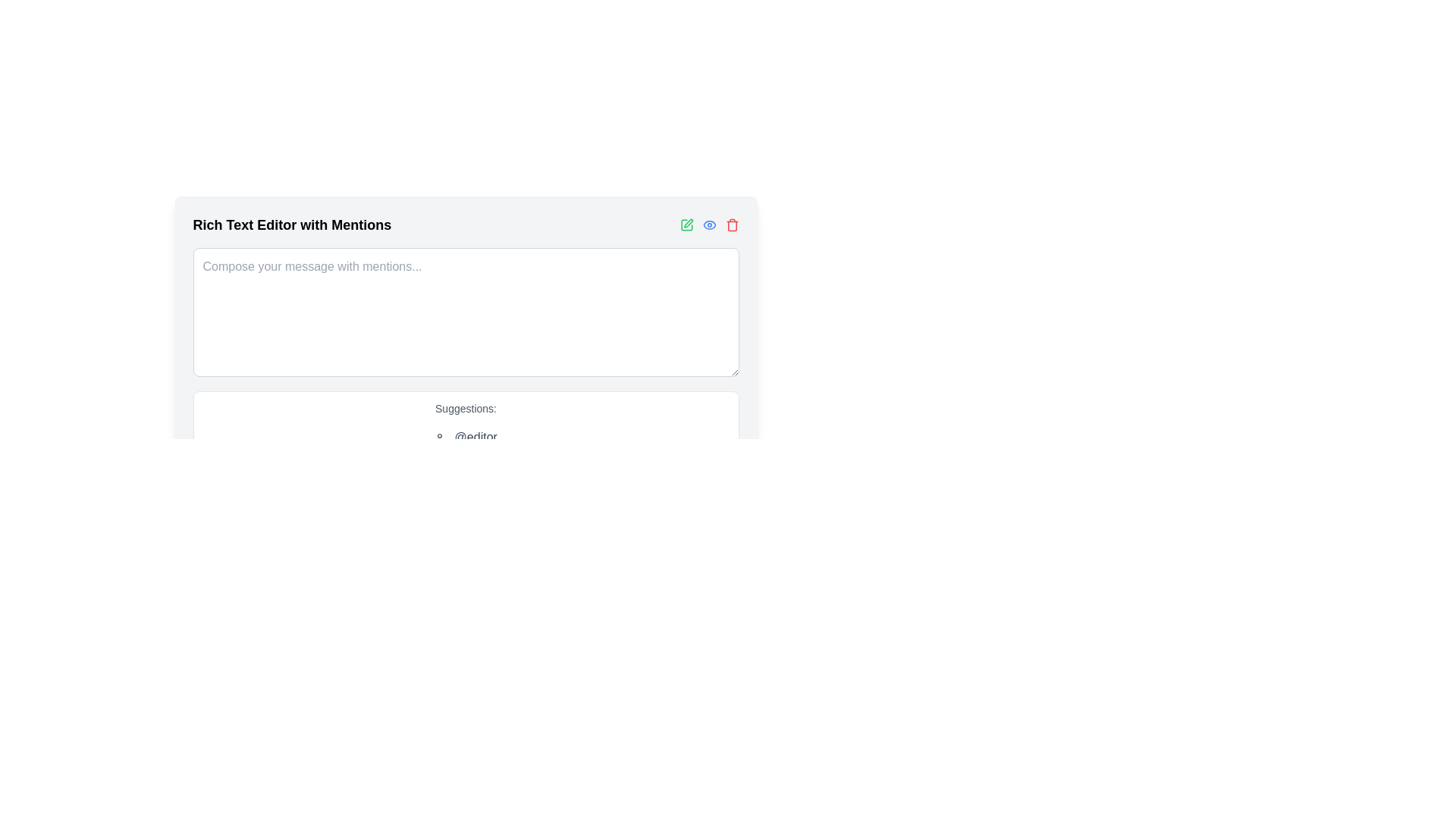  I want to click on the second icon in the horizontal group of three interactive icons ('Edit', 'View', 'Delete') at the top-right of the text editor interface, so click(708, 225).